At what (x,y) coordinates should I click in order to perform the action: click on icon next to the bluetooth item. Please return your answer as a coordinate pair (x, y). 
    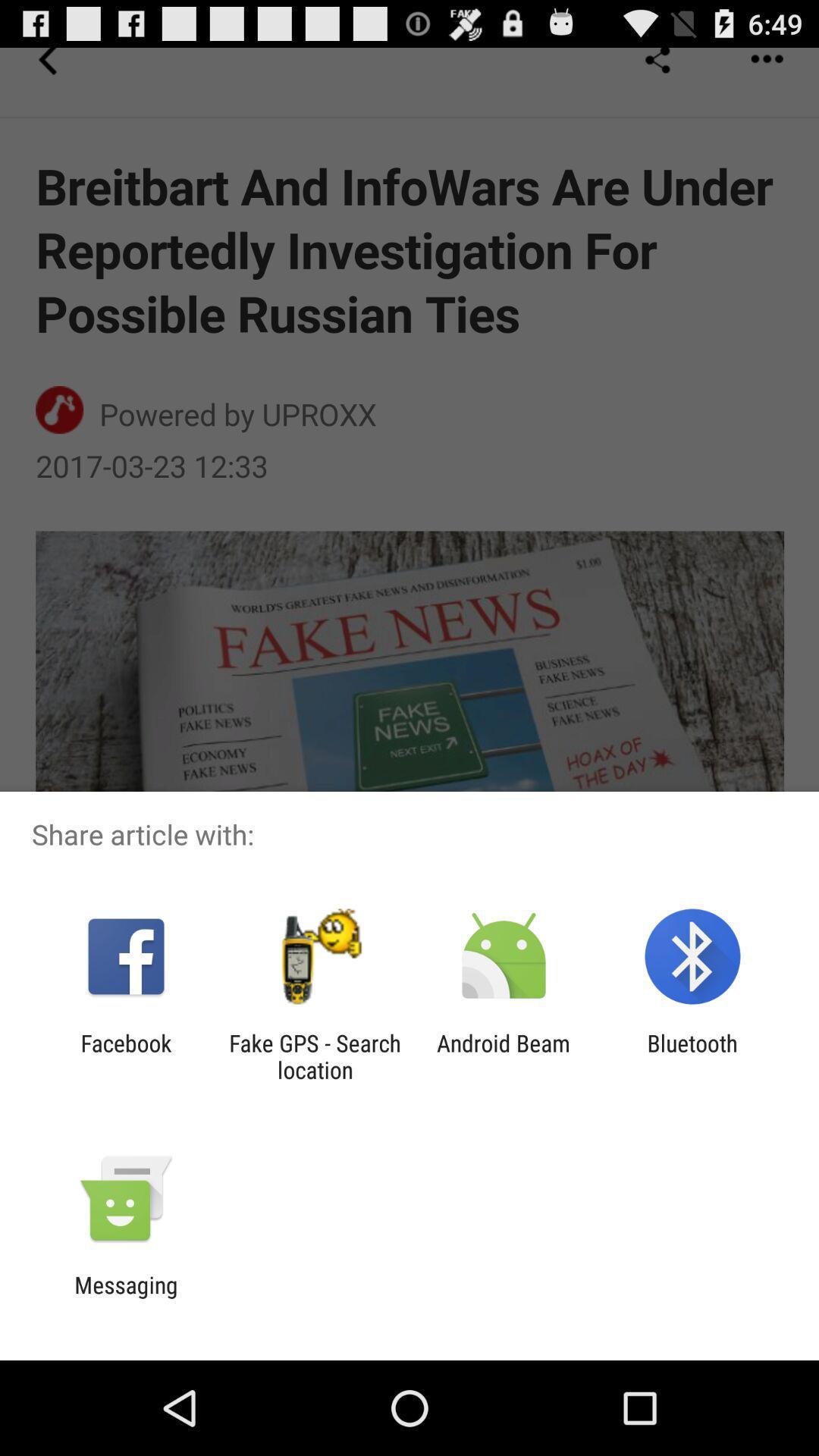
    Looking at the image, I should click on (504, 1056).